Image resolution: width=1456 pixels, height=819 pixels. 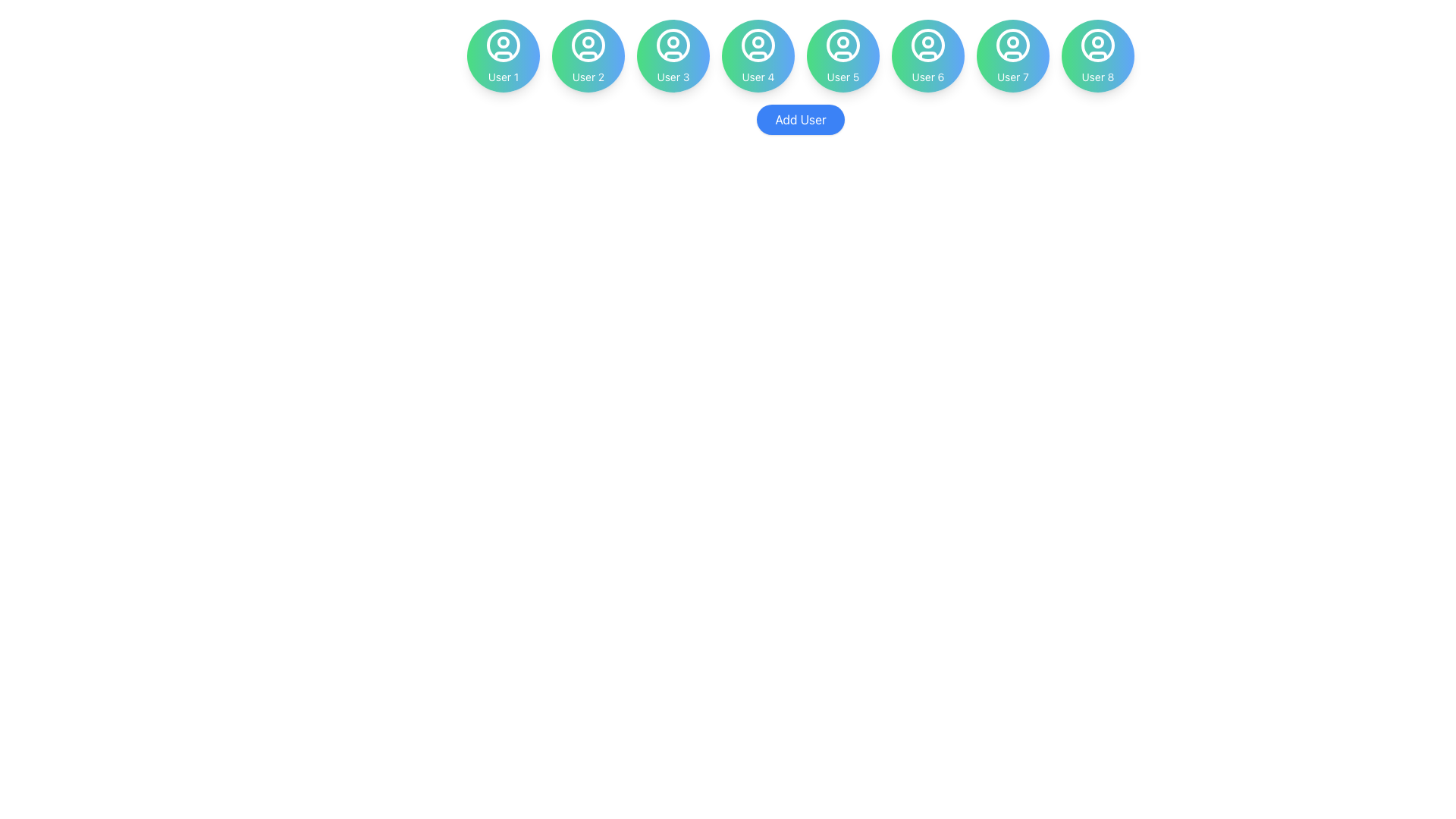 What do you see at coordinates (1012, 77) in the screenshot?
I see `the user` at bounding box center [1012, 77].